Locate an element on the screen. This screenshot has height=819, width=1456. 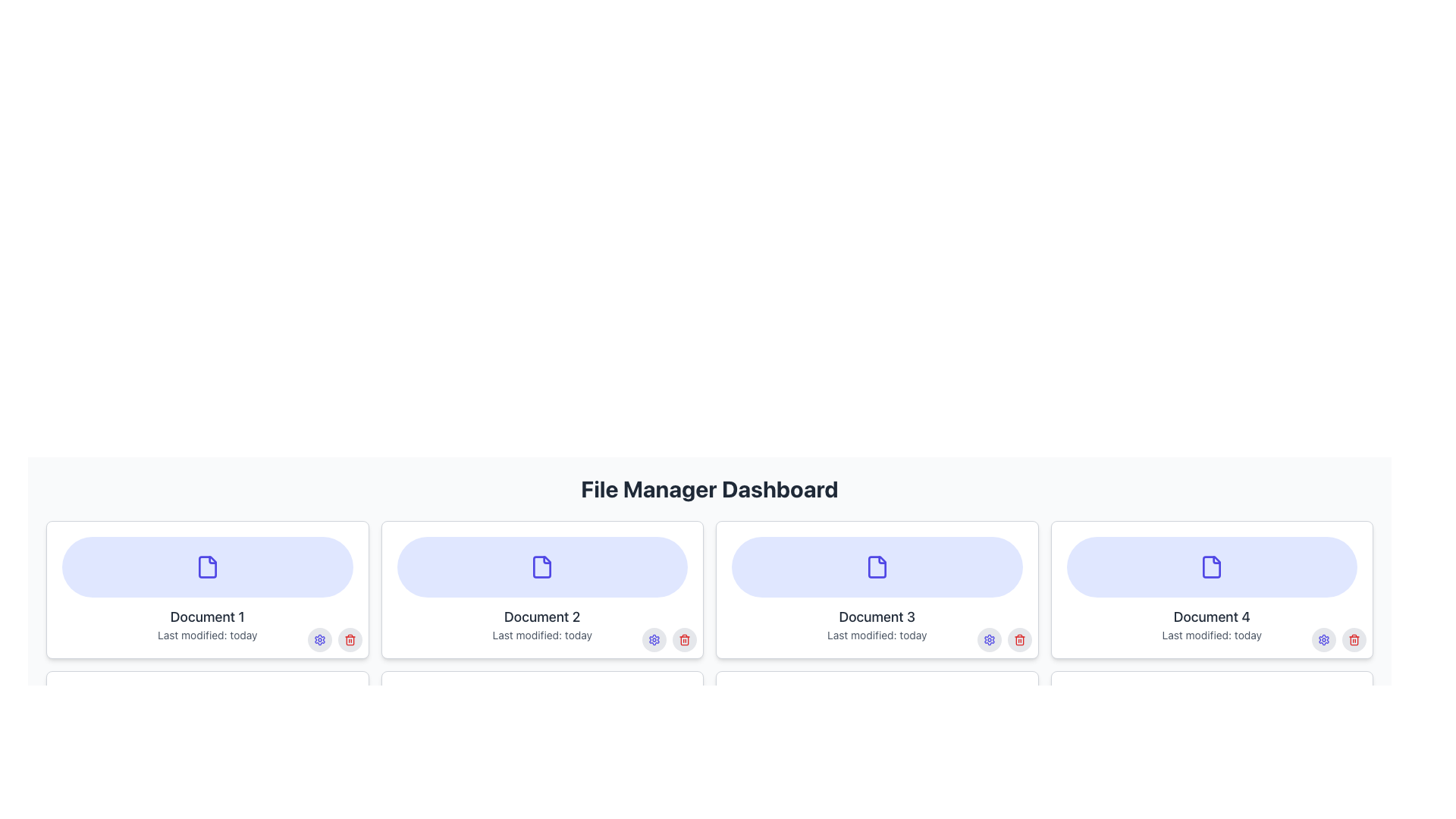
the settings button for 'Document 3' is located at coordinates (989, 640).